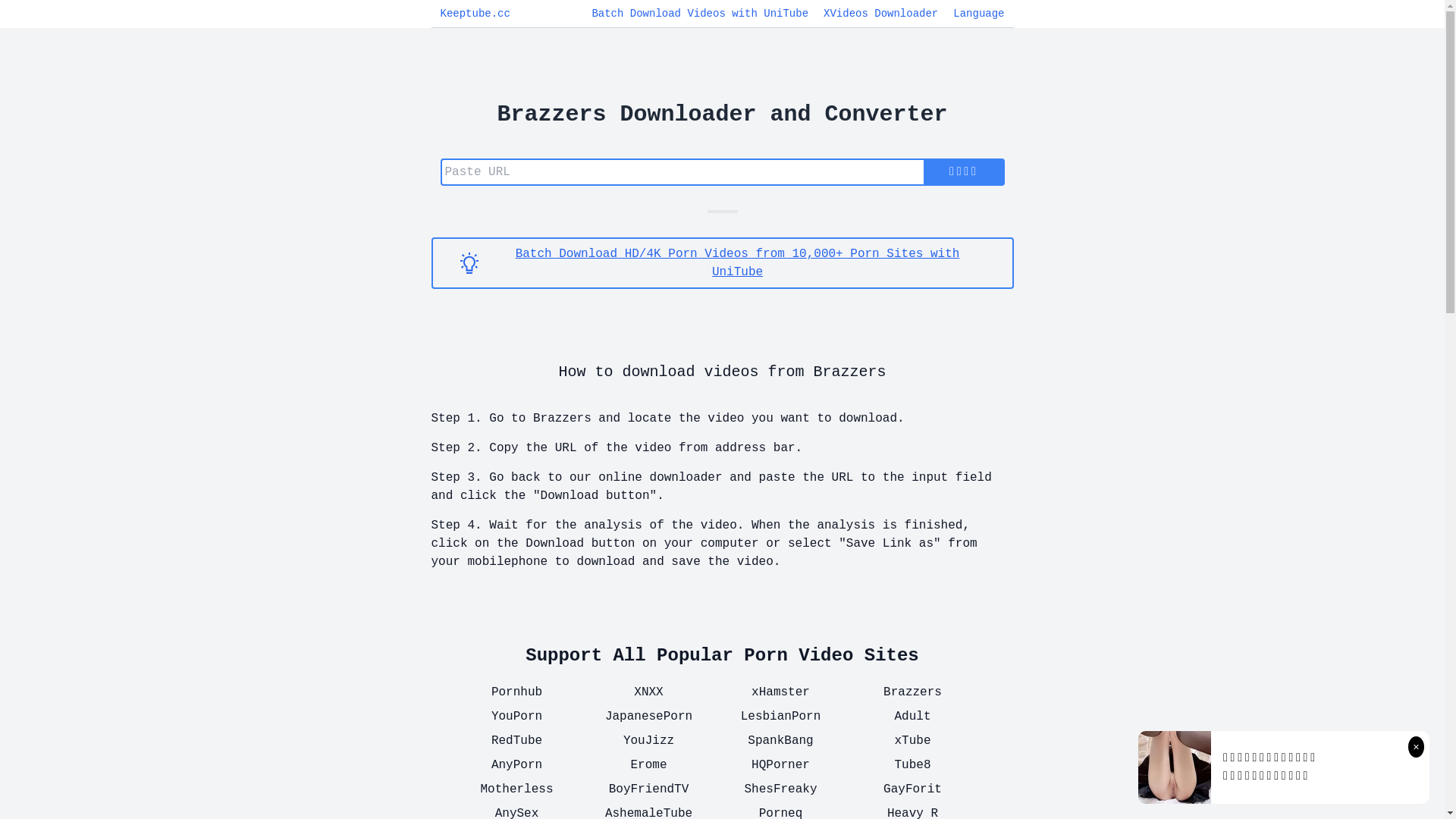 Image resolution: width=1456 pixels, height=819 pixels. Describe the element at coordinates (698, 14) in the screenshot. I see `'Batch Download Videos with UniTube'` at that location.